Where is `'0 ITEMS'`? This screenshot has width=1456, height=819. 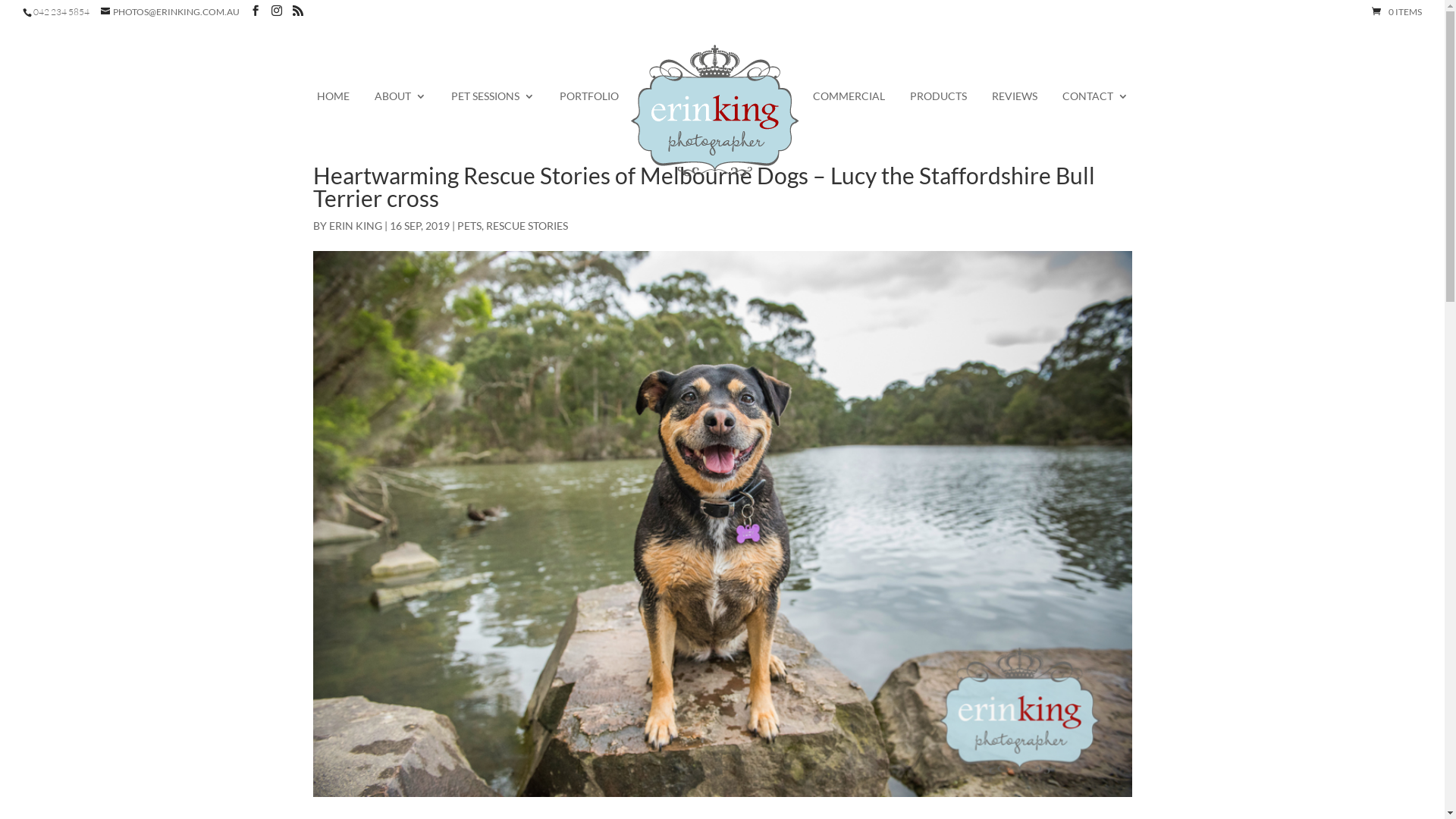 '0 ITEMS' is located at coordinates (1396, 11).